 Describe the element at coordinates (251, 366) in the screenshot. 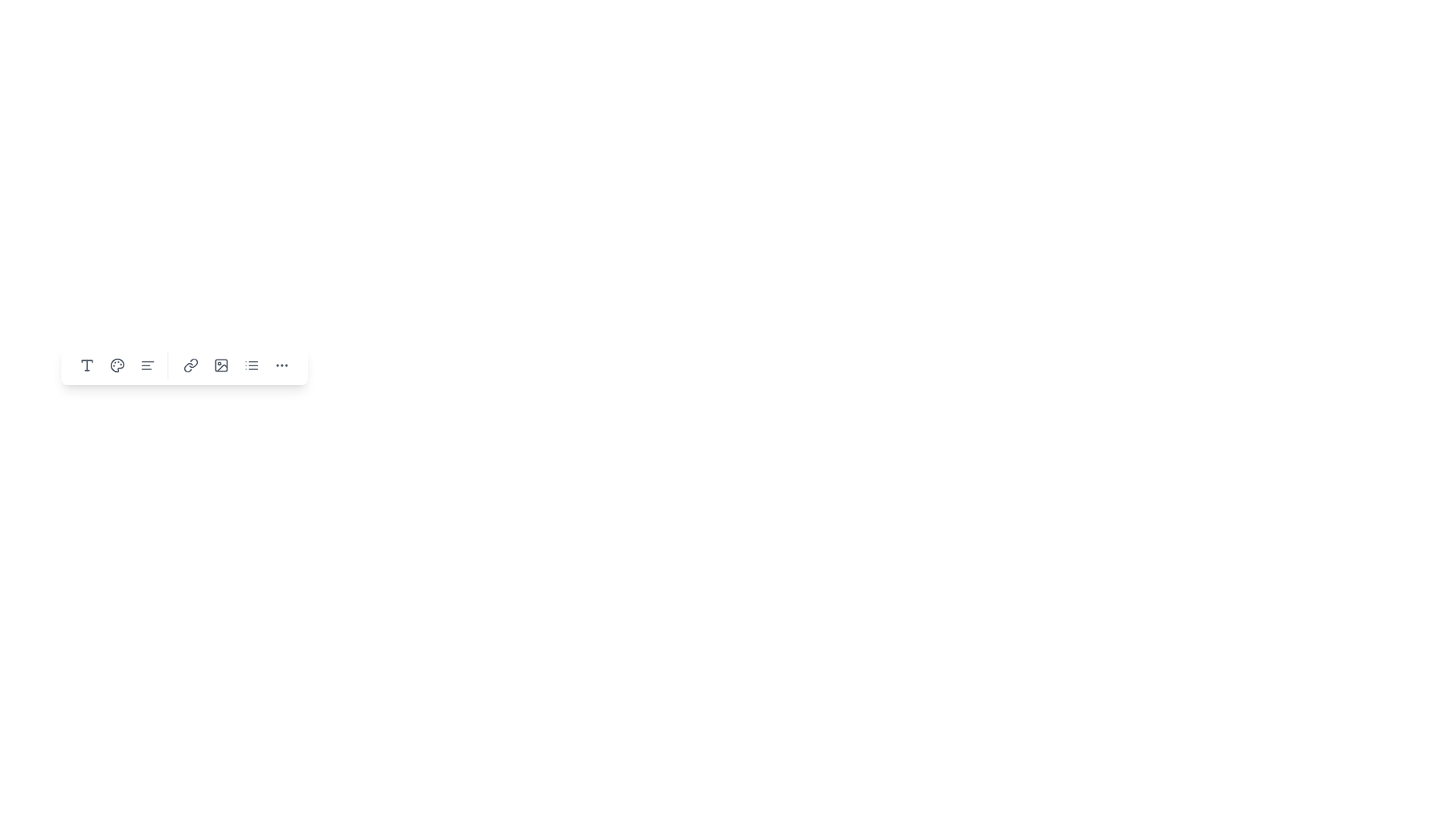

I see `the button with an embedded icon representing a list view, located as the fourth button from the left in the horizontal toolbar at the bottom of the interface` at that location.